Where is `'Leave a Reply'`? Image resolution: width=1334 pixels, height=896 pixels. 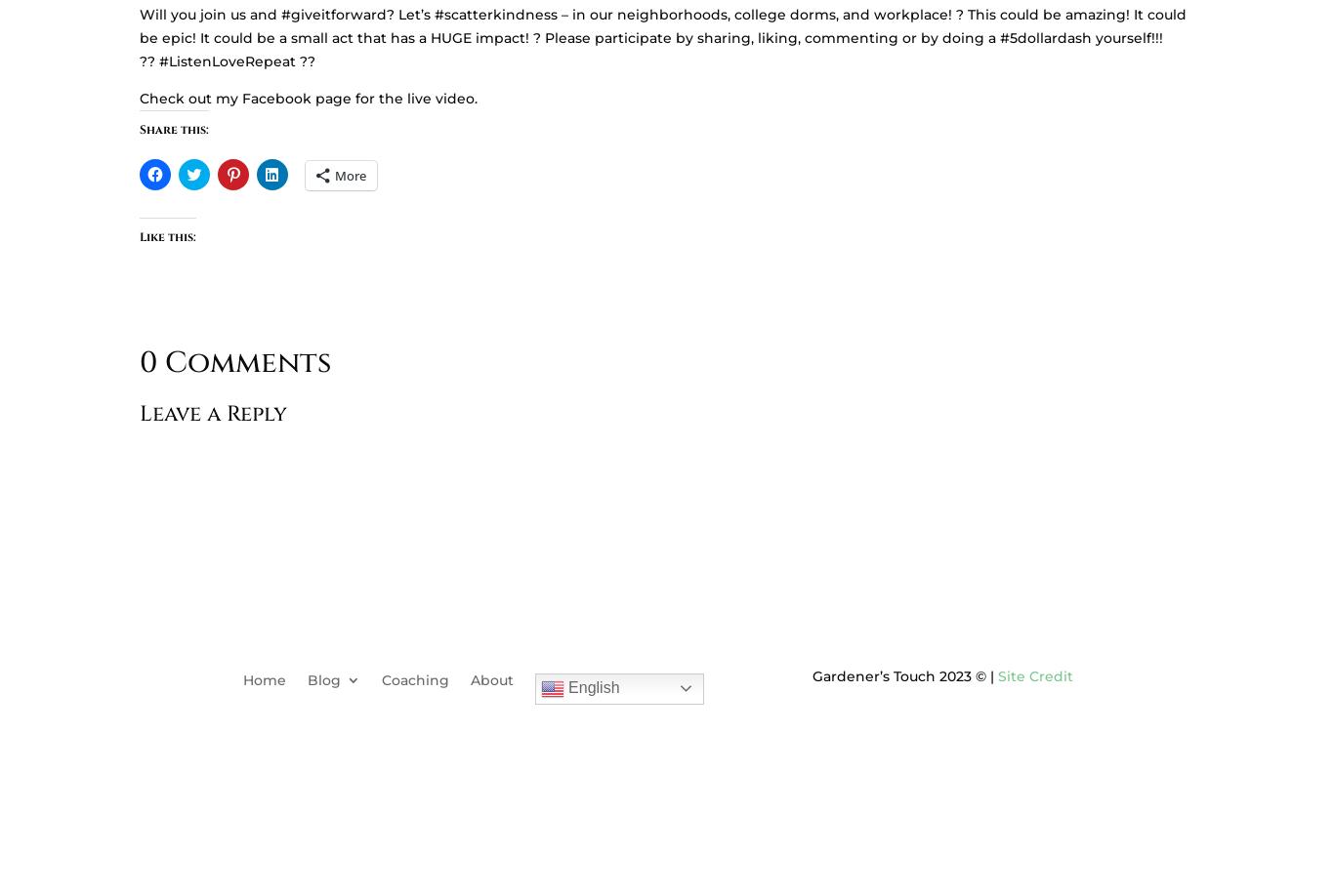
'Leave a Reply' is located at coordinates (212, 412).